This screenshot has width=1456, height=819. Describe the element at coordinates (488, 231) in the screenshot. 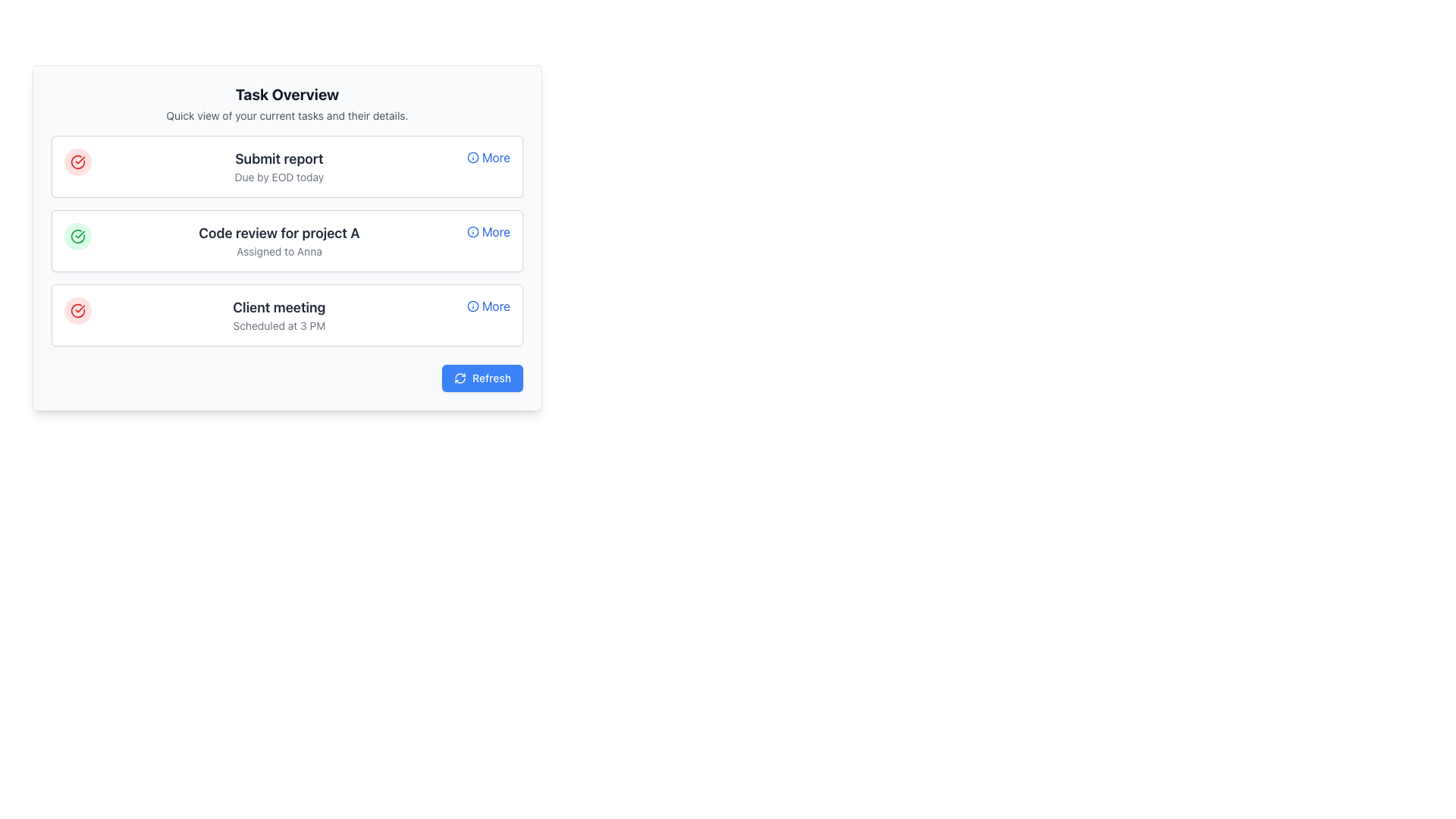

I see `the interactive text link labeled 'More' with an information icon for accessibility navigation` at that location.